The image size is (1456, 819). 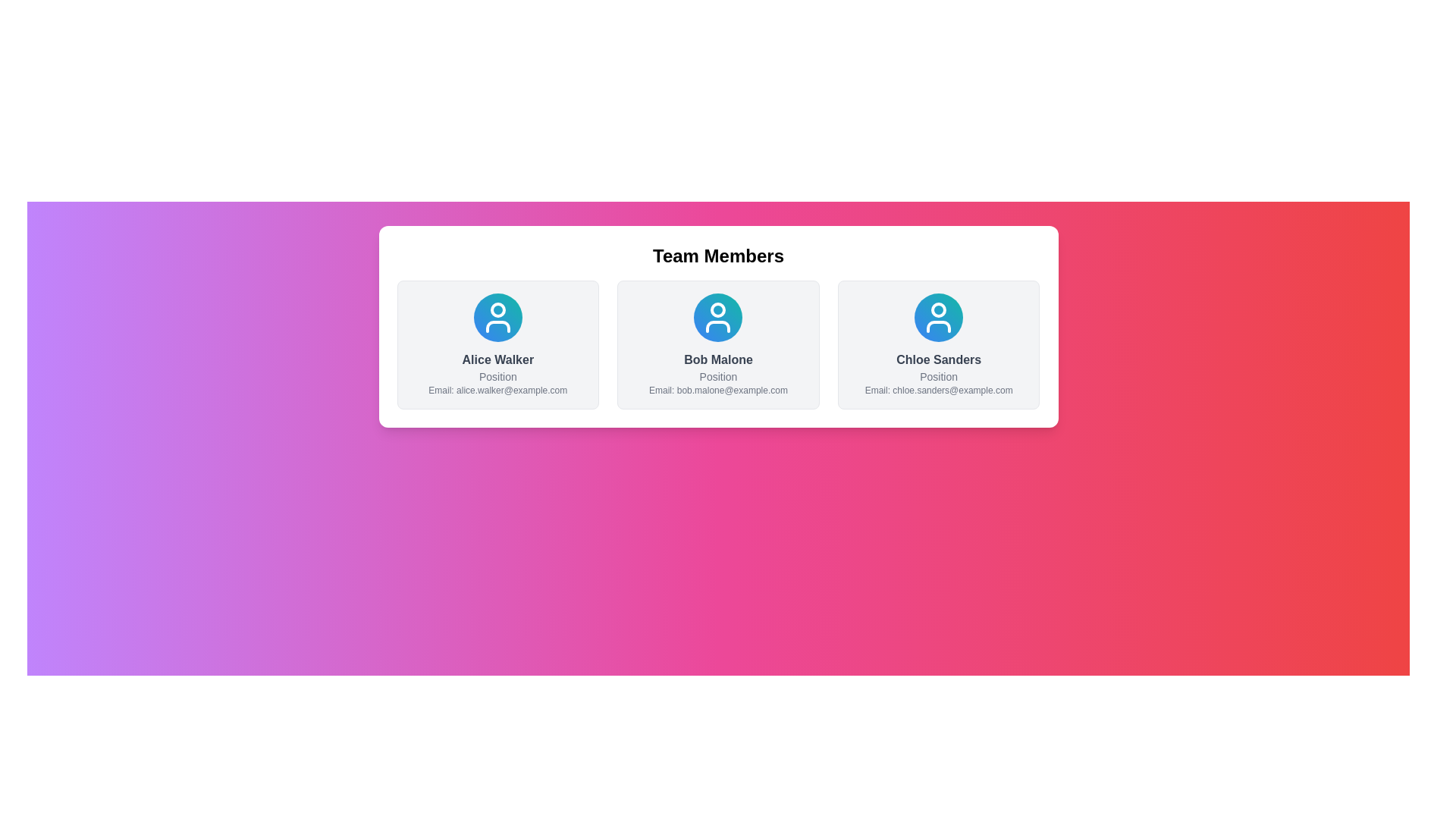 I want to click on the user icon representing 'Bob Malone' located at the center of his profile card, which is the middle card in a horizontal row of three cards, so click(x=717, y=317).